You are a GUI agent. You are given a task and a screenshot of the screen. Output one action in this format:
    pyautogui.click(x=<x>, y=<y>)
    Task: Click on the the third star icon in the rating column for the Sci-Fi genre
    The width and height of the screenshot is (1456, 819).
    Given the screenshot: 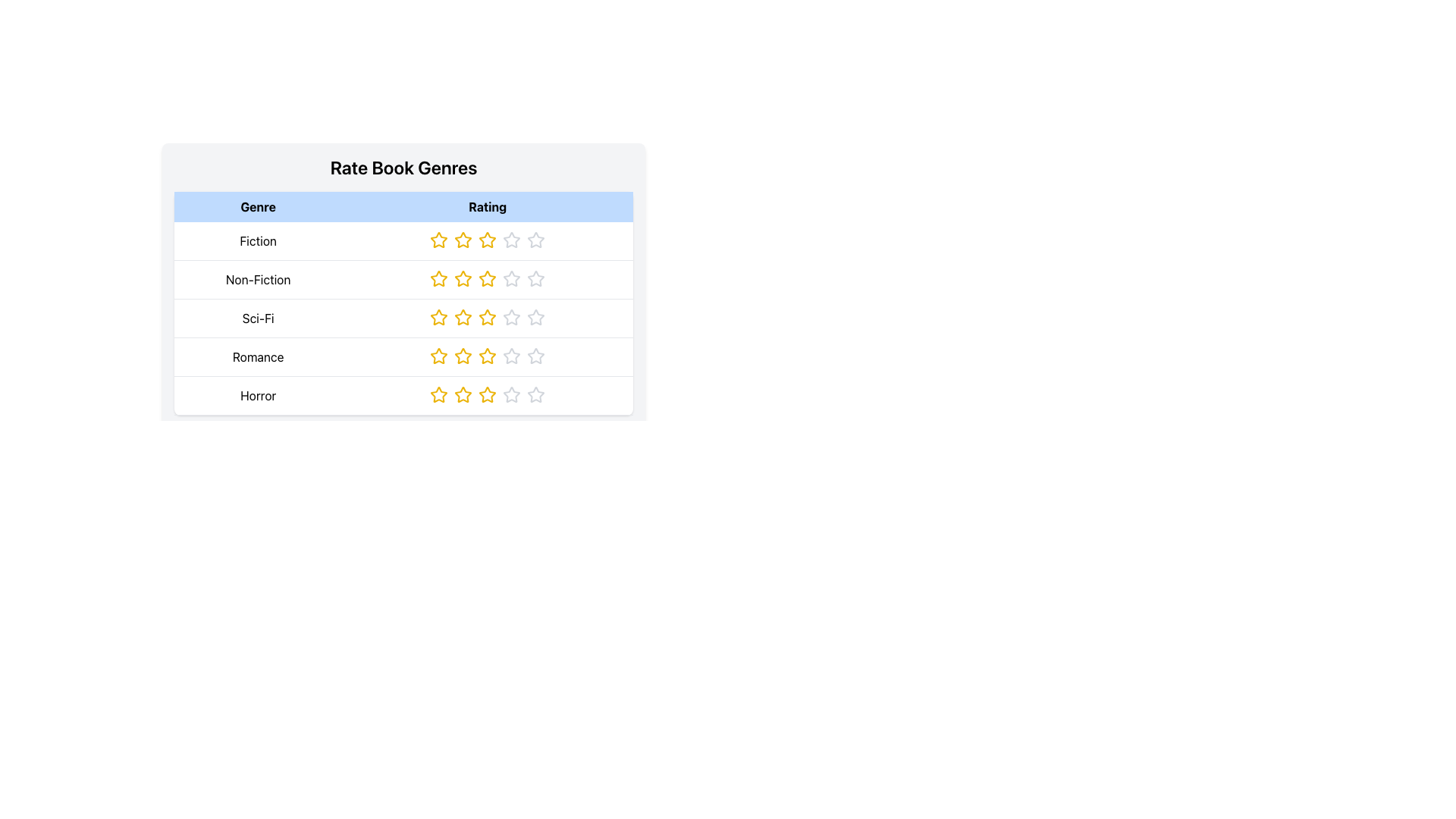 What is the action you would take?
    pyautogui.click(x=488, y=318)
    